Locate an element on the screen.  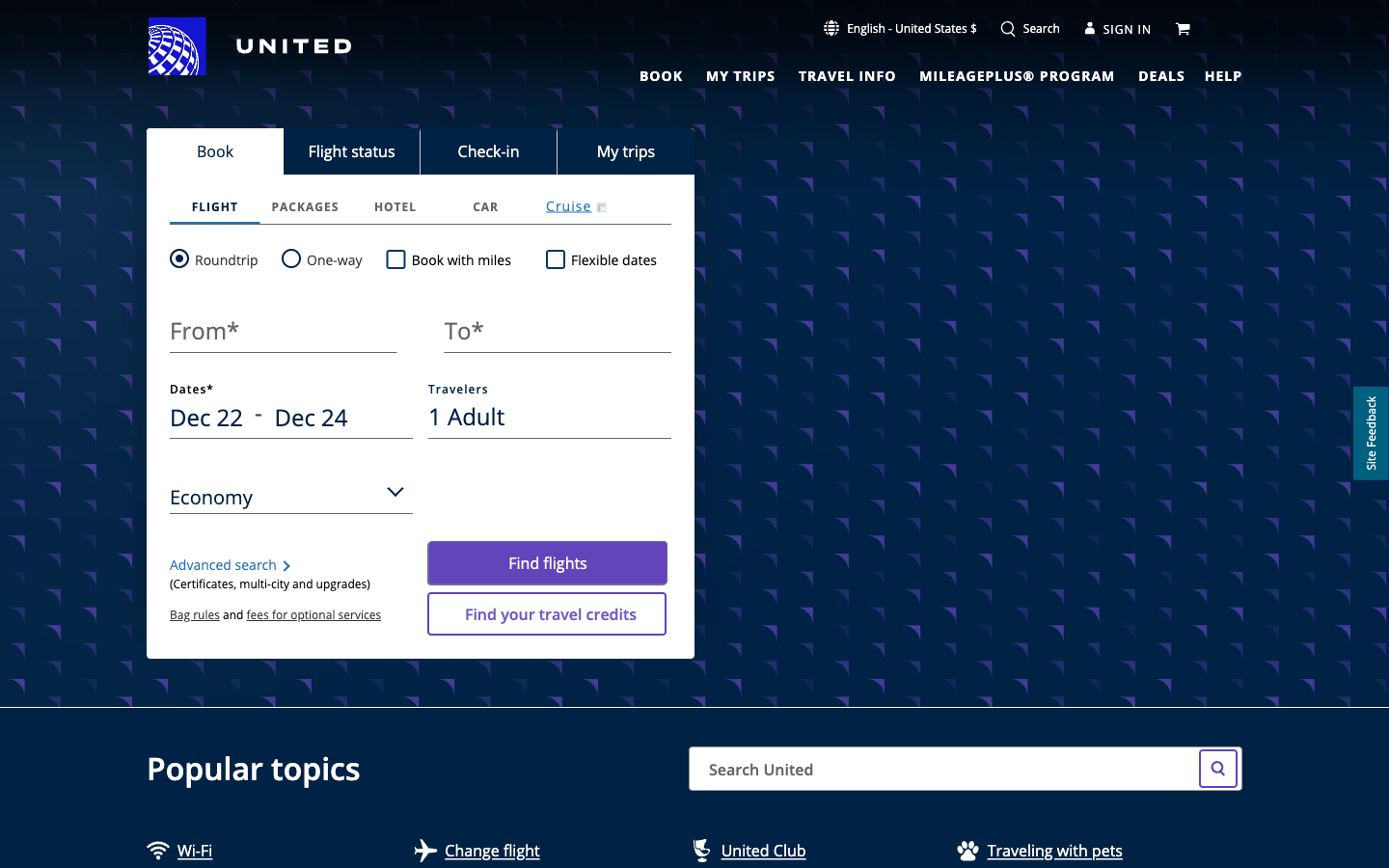
Look up Taiwan Flight Tickets is located at coordinates (1220, 771).